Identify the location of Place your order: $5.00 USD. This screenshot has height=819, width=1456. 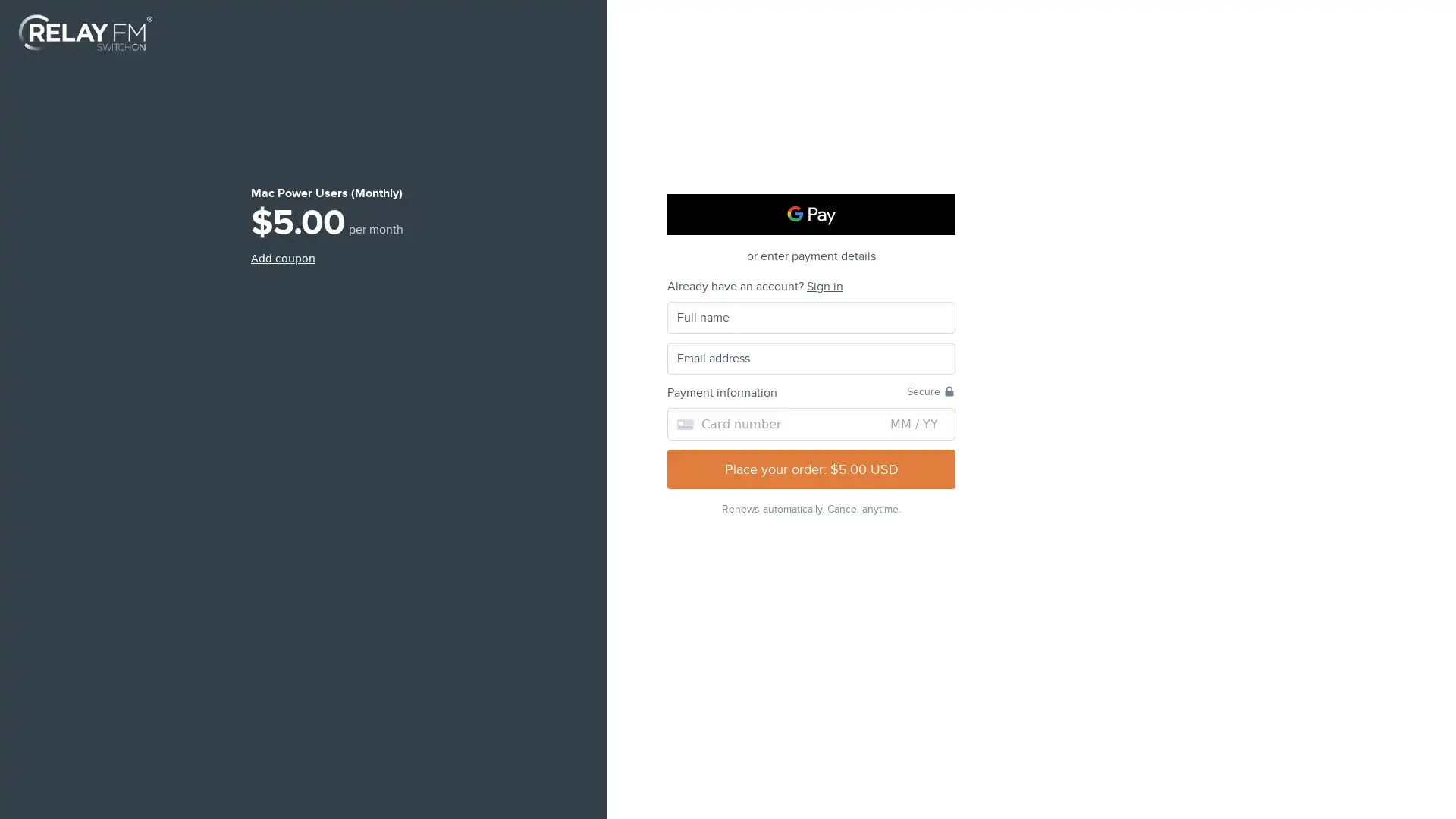
(811, 468).